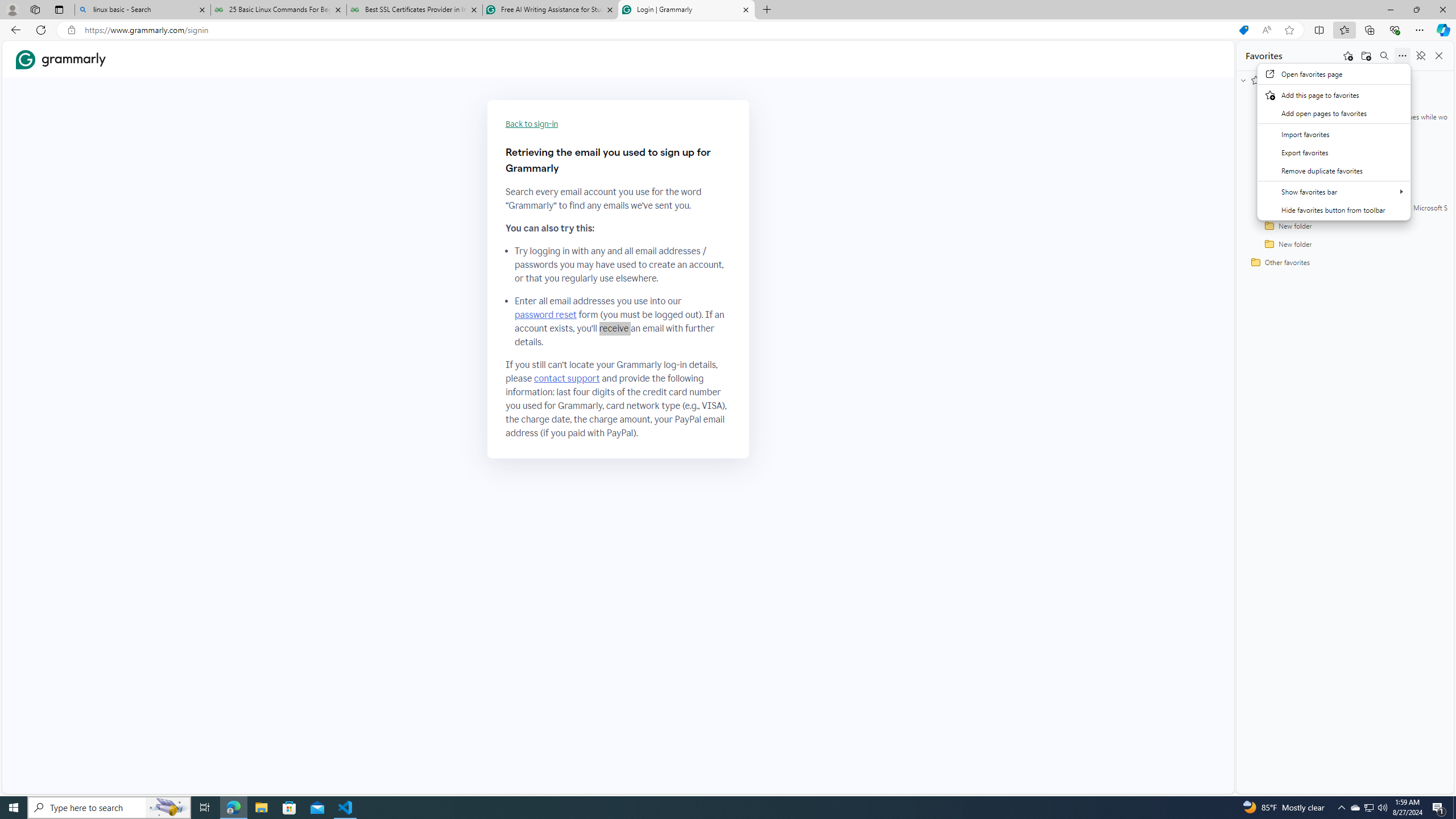 This screenshot has height=819, width=1456. I want to click on 'Remove duplicate favorites', so click(1334, 169).